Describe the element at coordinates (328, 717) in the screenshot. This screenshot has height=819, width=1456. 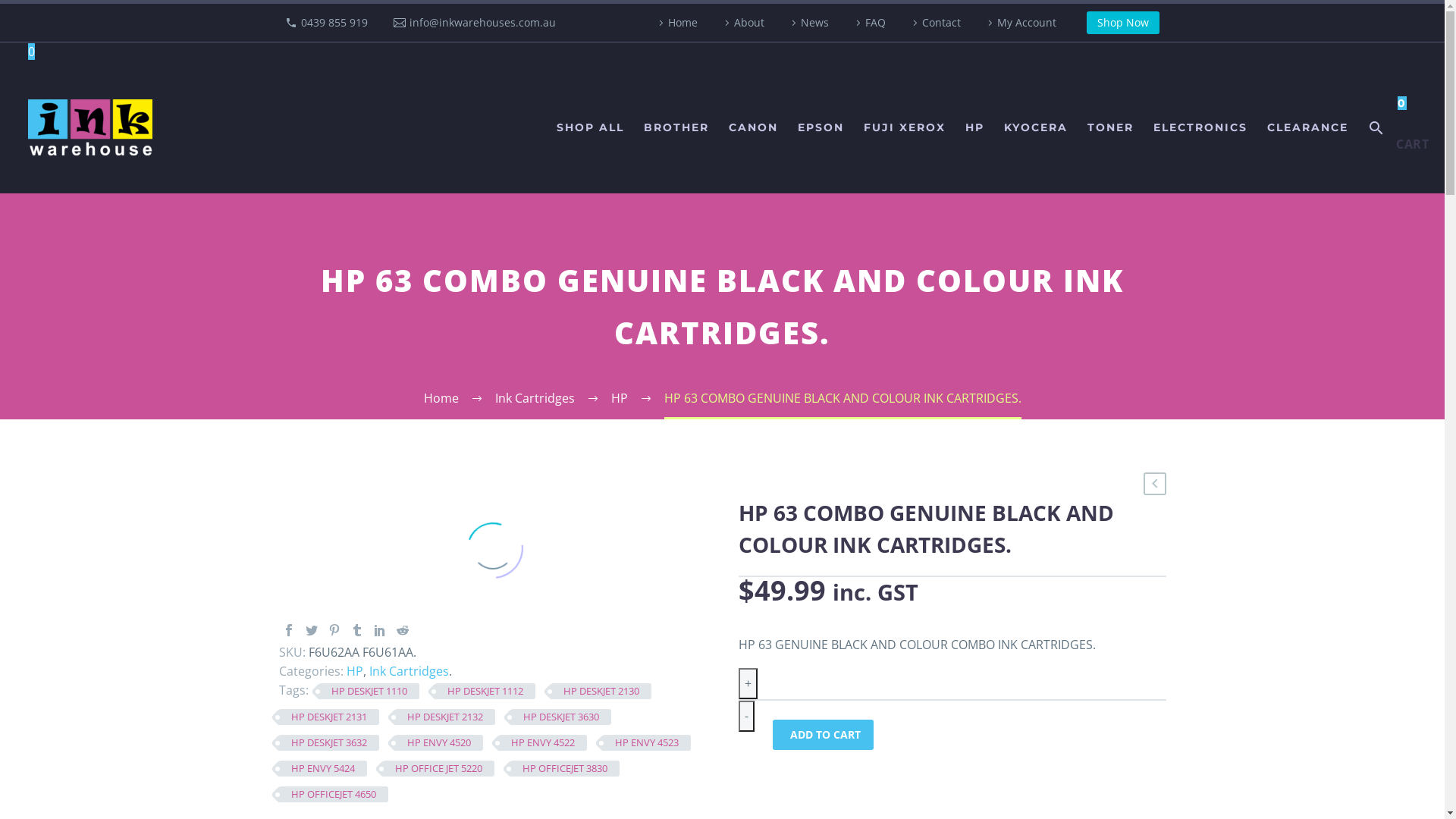
I see `'HP DESKJET 2131'` at that location.